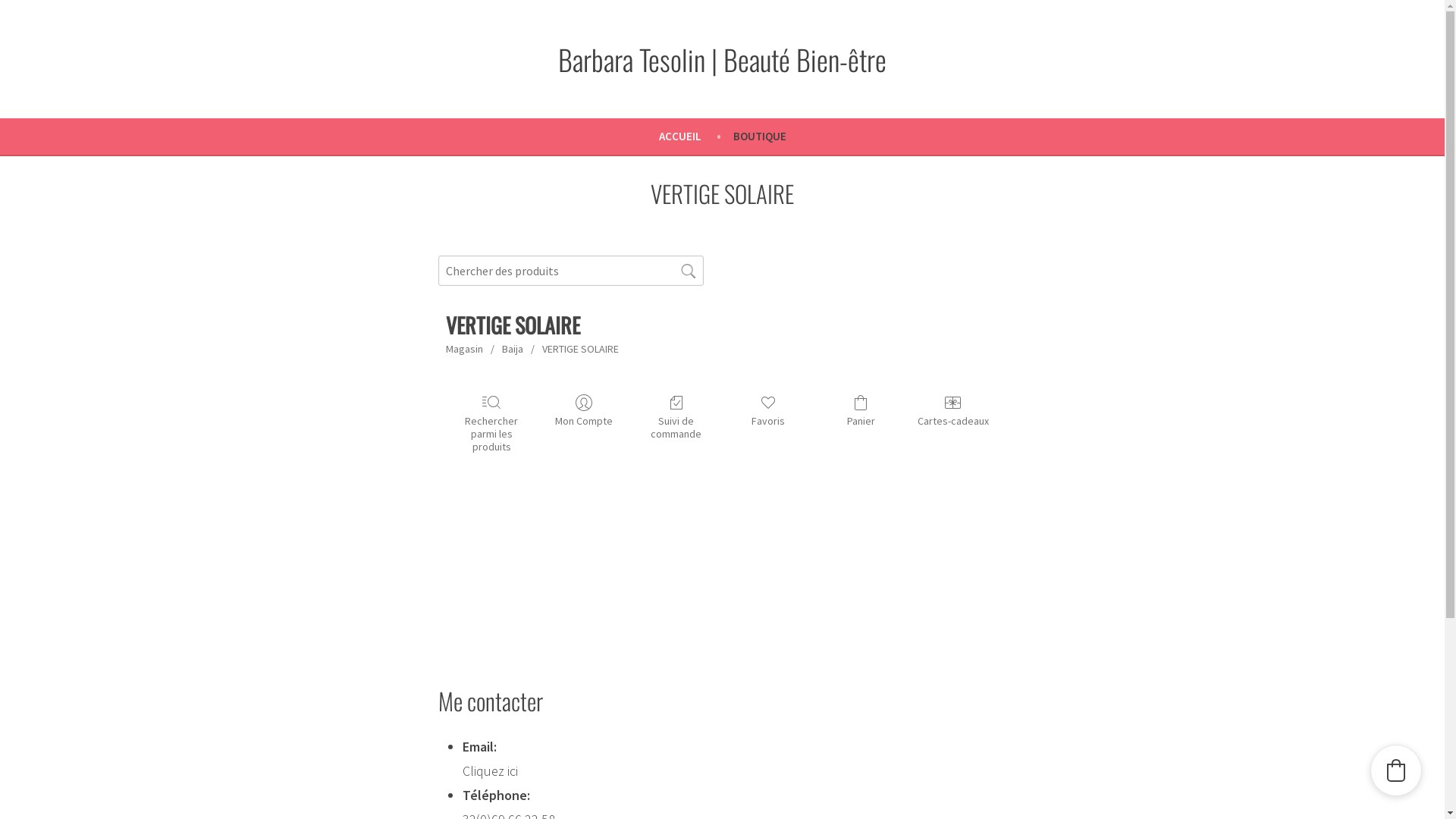 The width and height of the screenshot is (1456, 819). Describe the element at coordinates (952, 410) in the screenshot. I see `'Cartes-cadeaux'` at that location.